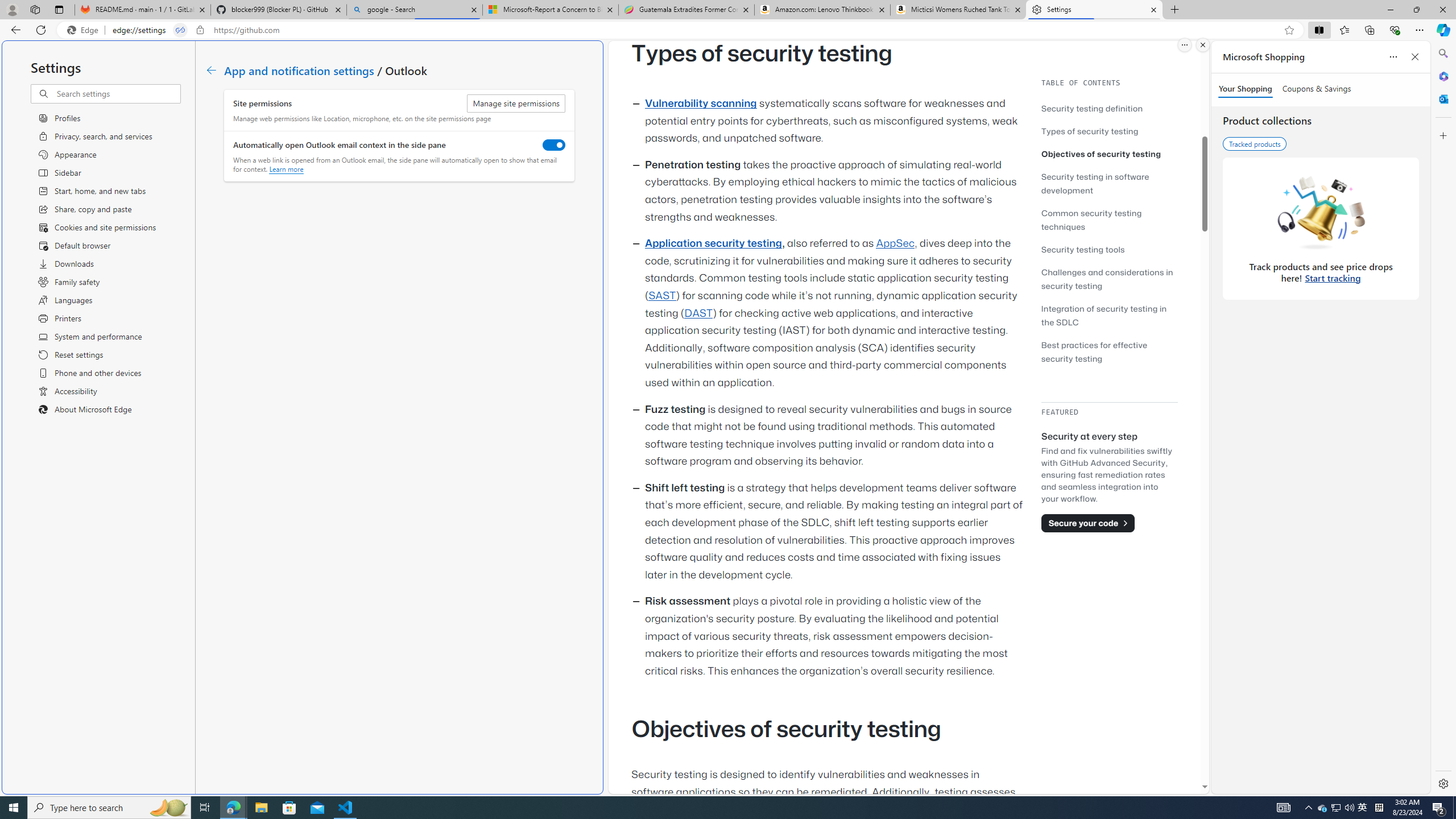 The height and width of the screenshot is (819, 1456). I want to click on 'Security testing definition', so click(1092, 107).